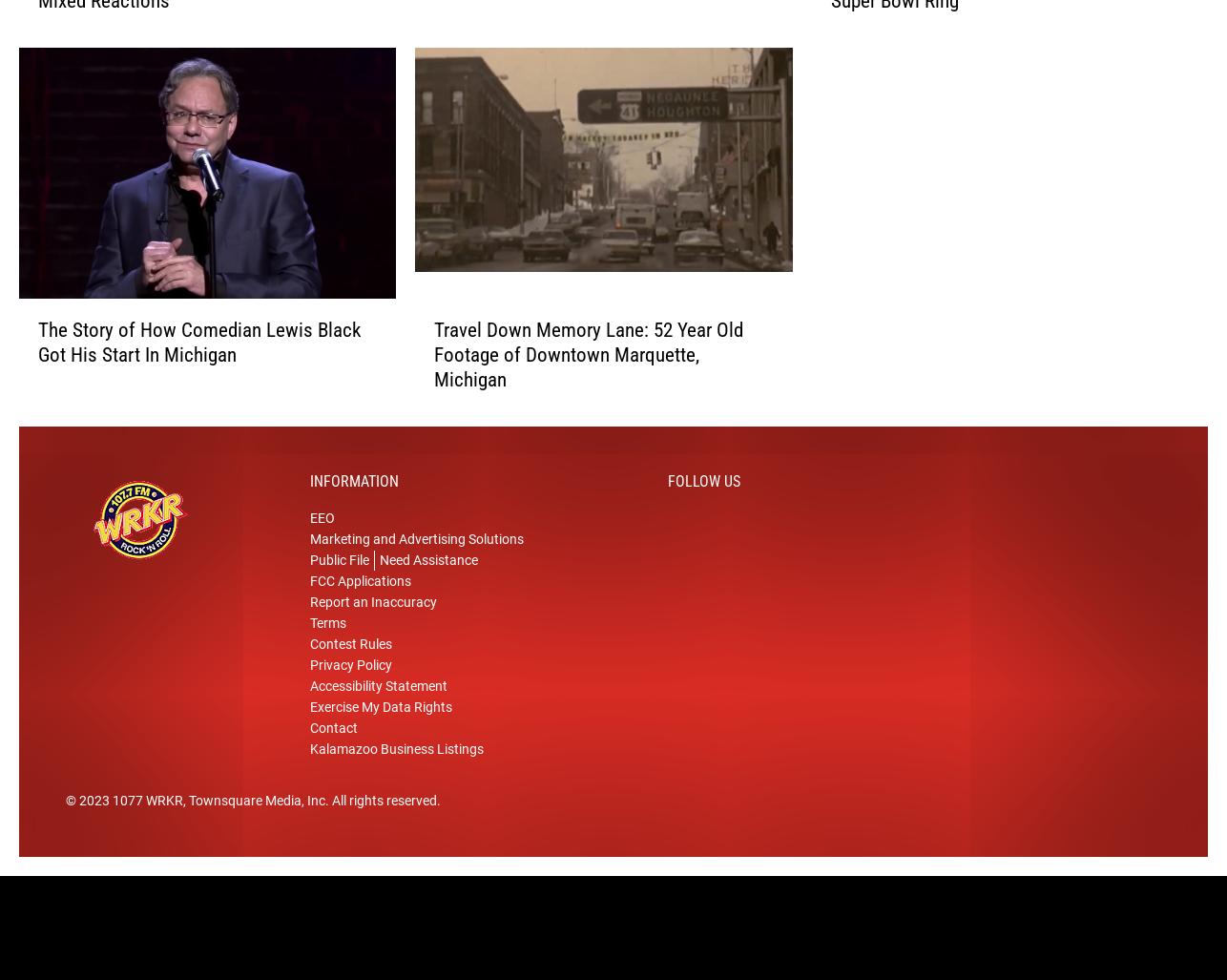  What do you see at coordinates (308, 621) in the screenshot?
I see `'Report an Inaccuracy'` at bounding box center [308, 621].